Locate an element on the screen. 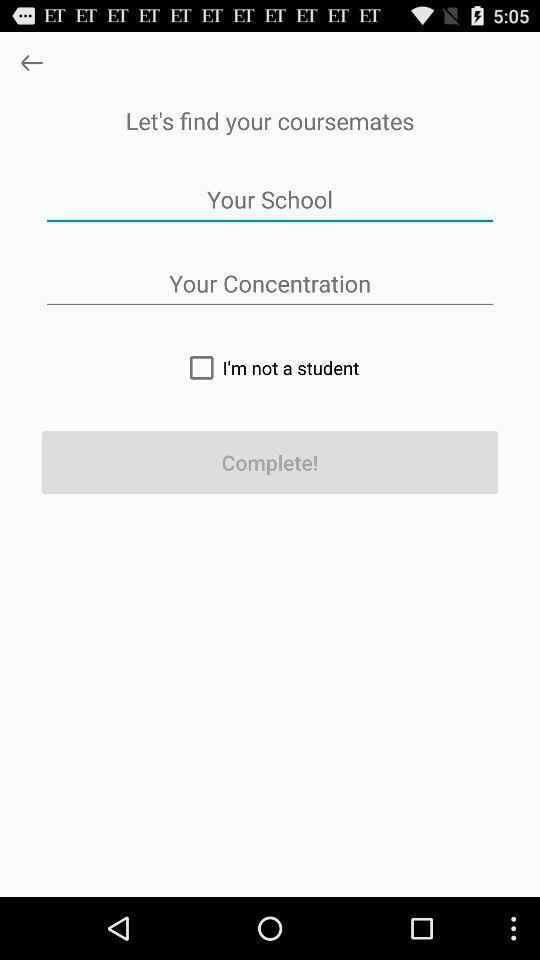 The image size is (540, 960). complete! is located at coordinates (270, 462).